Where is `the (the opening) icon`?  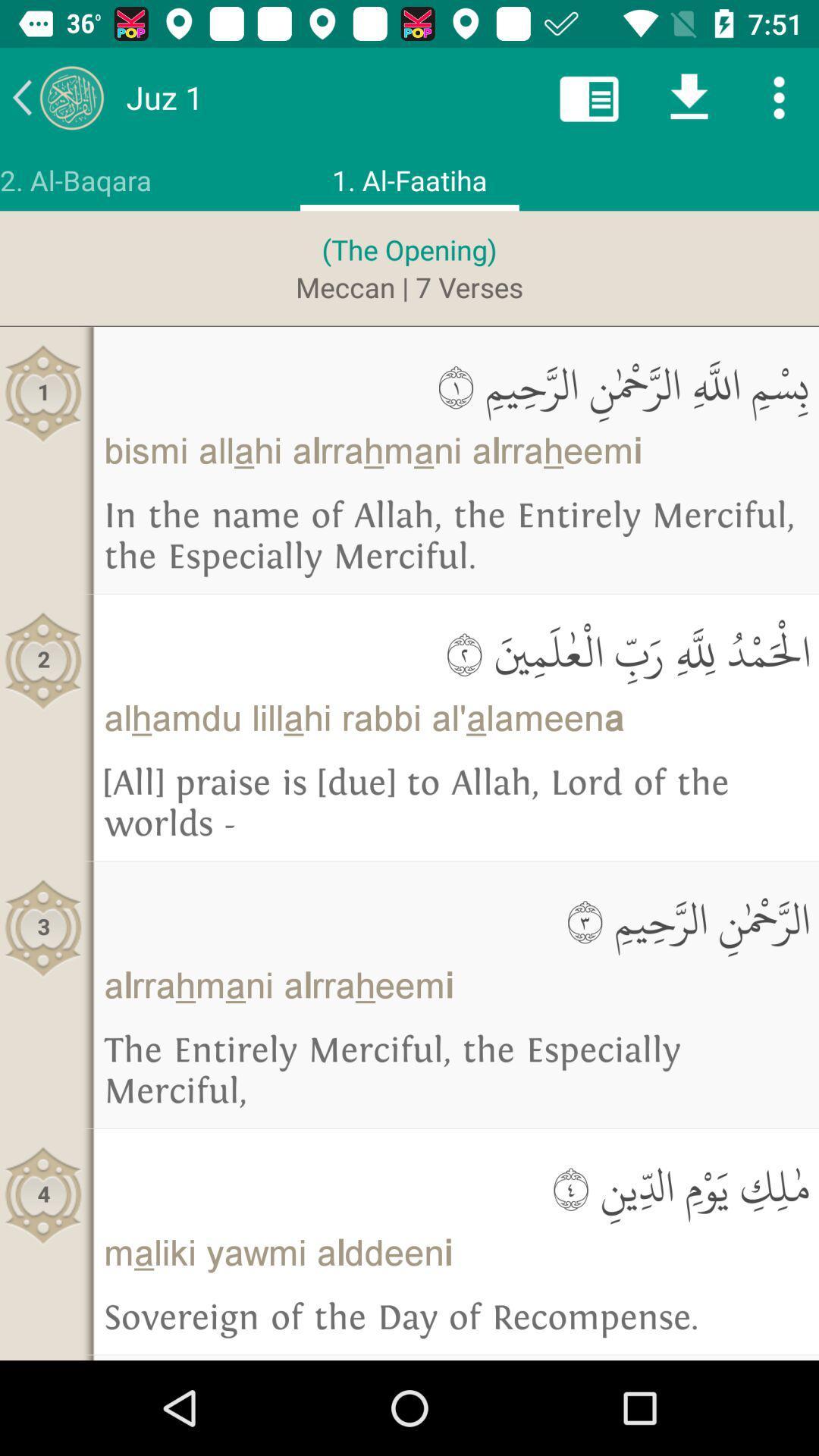 the (the opening) icon is located at coordinates (409, 249).